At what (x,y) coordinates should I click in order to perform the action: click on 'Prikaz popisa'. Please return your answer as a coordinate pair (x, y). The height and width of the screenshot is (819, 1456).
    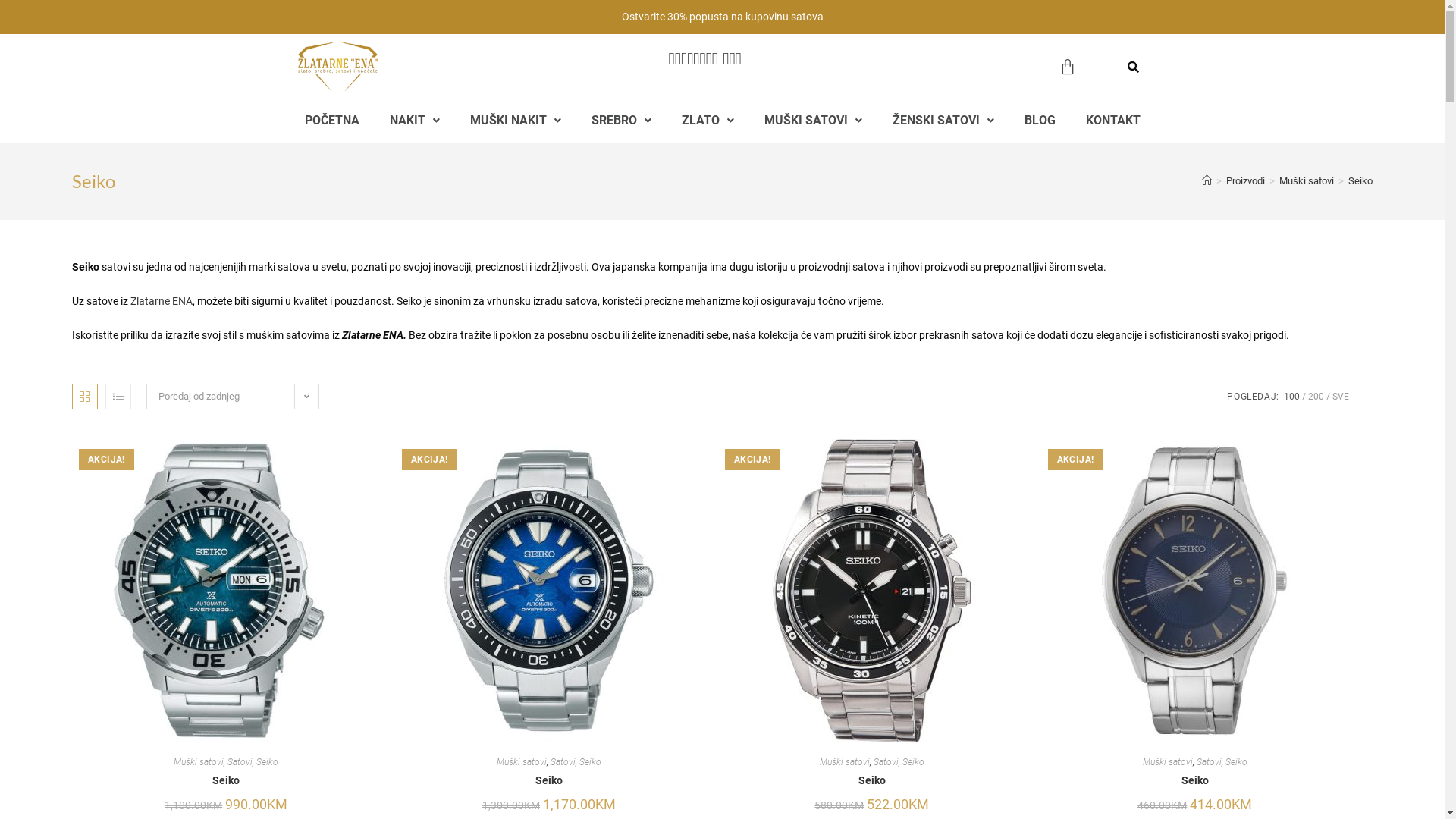
    Looking at the image, I should click on (118, 396).